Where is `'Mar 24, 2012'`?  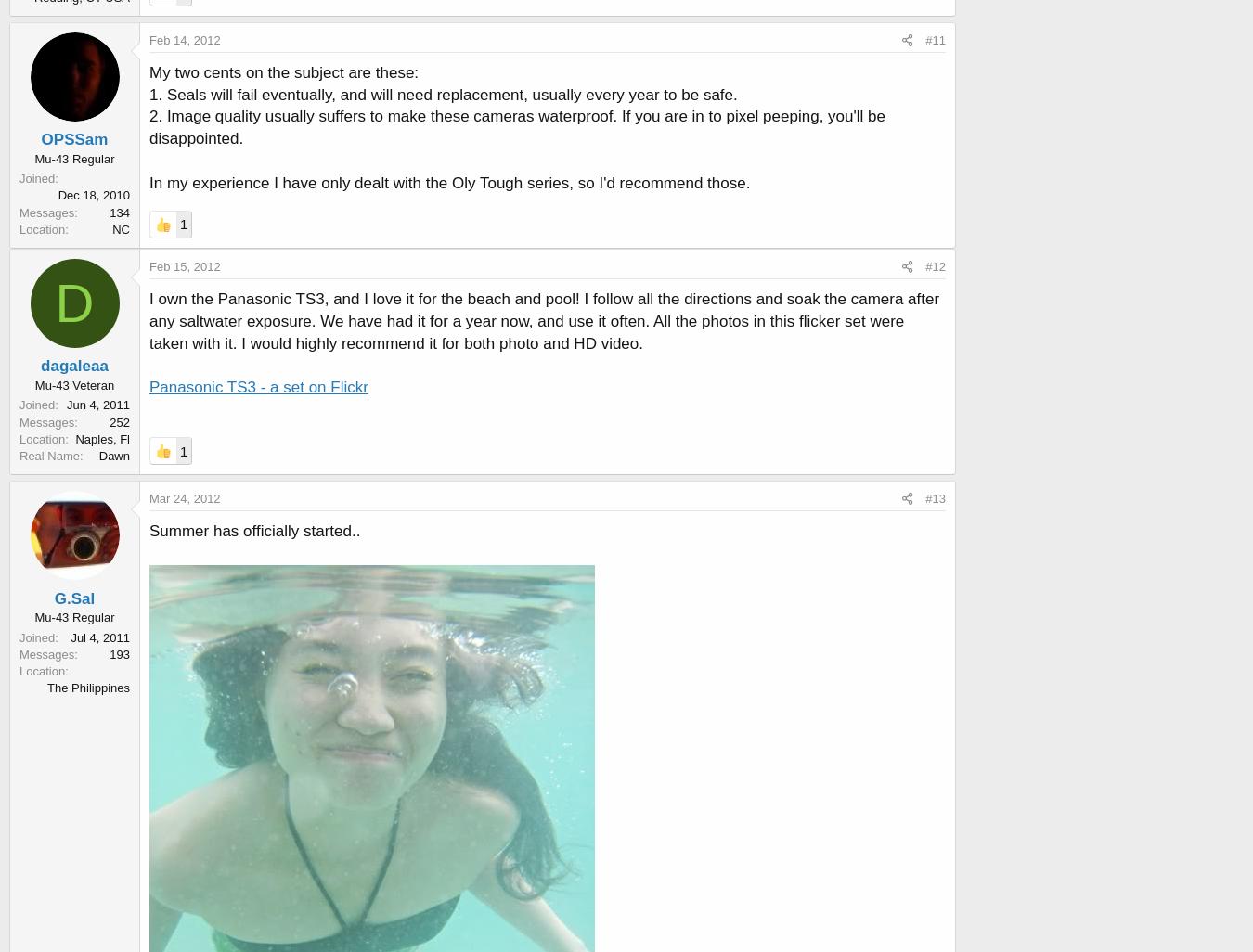
'Mar 24, 2012' is located at coordinates (184, 498).